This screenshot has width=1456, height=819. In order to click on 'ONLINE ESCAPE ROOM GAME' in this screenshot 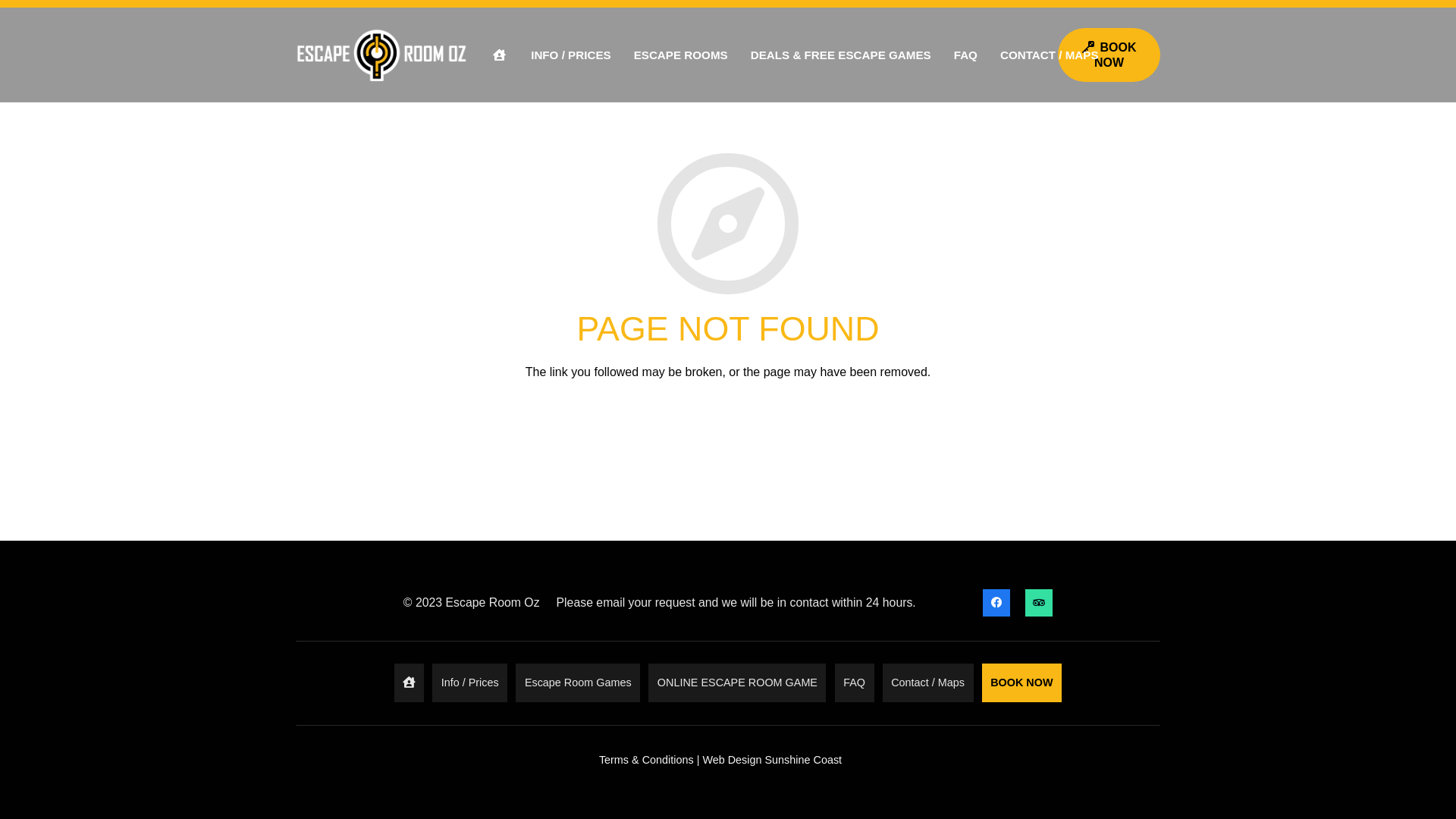, I will do `click(736, 682)`.